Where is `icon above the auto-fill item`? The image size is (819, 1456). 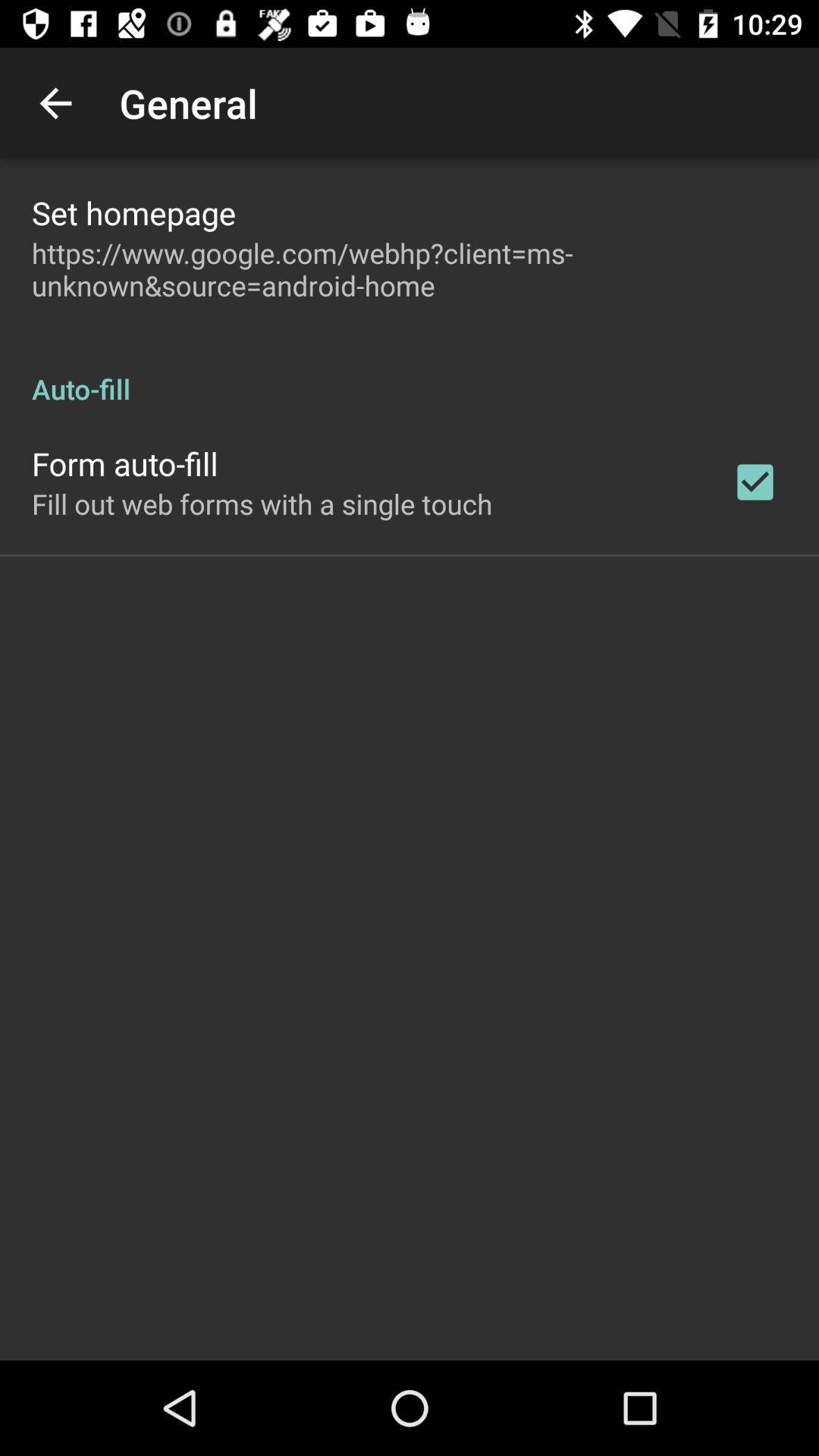
icon above the auto-fill item is located at coordinates (409, 269).